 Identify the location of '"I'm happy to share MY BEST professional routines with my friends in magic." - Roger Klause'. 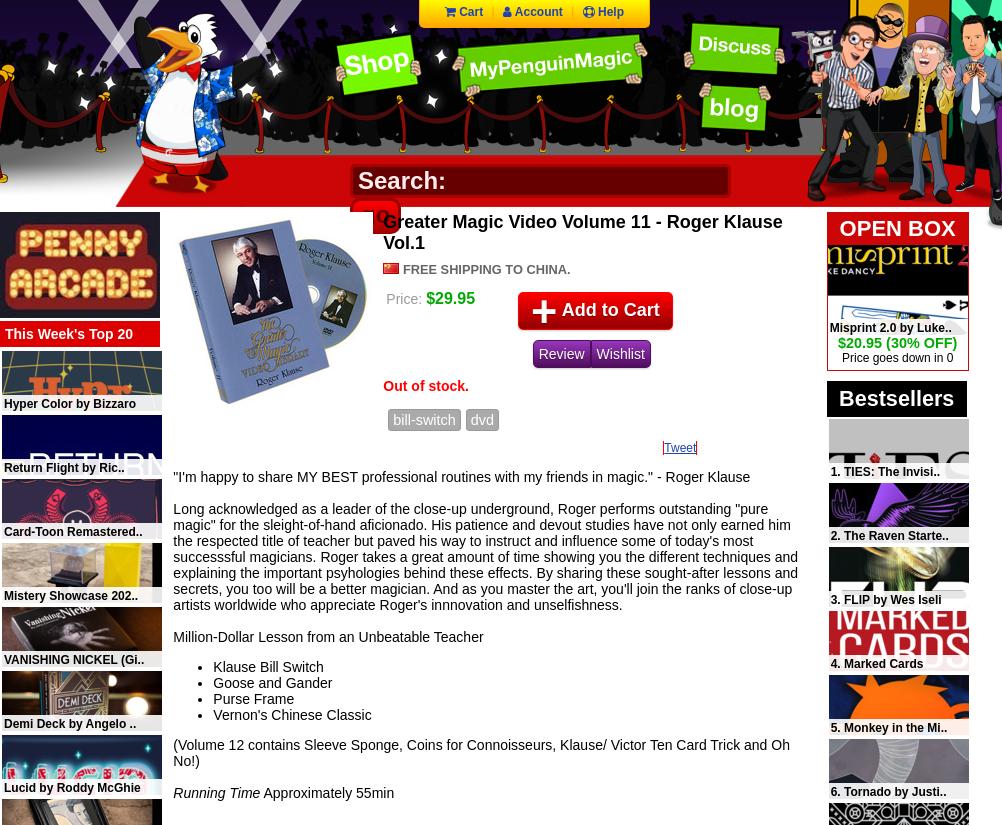
(460, 475).